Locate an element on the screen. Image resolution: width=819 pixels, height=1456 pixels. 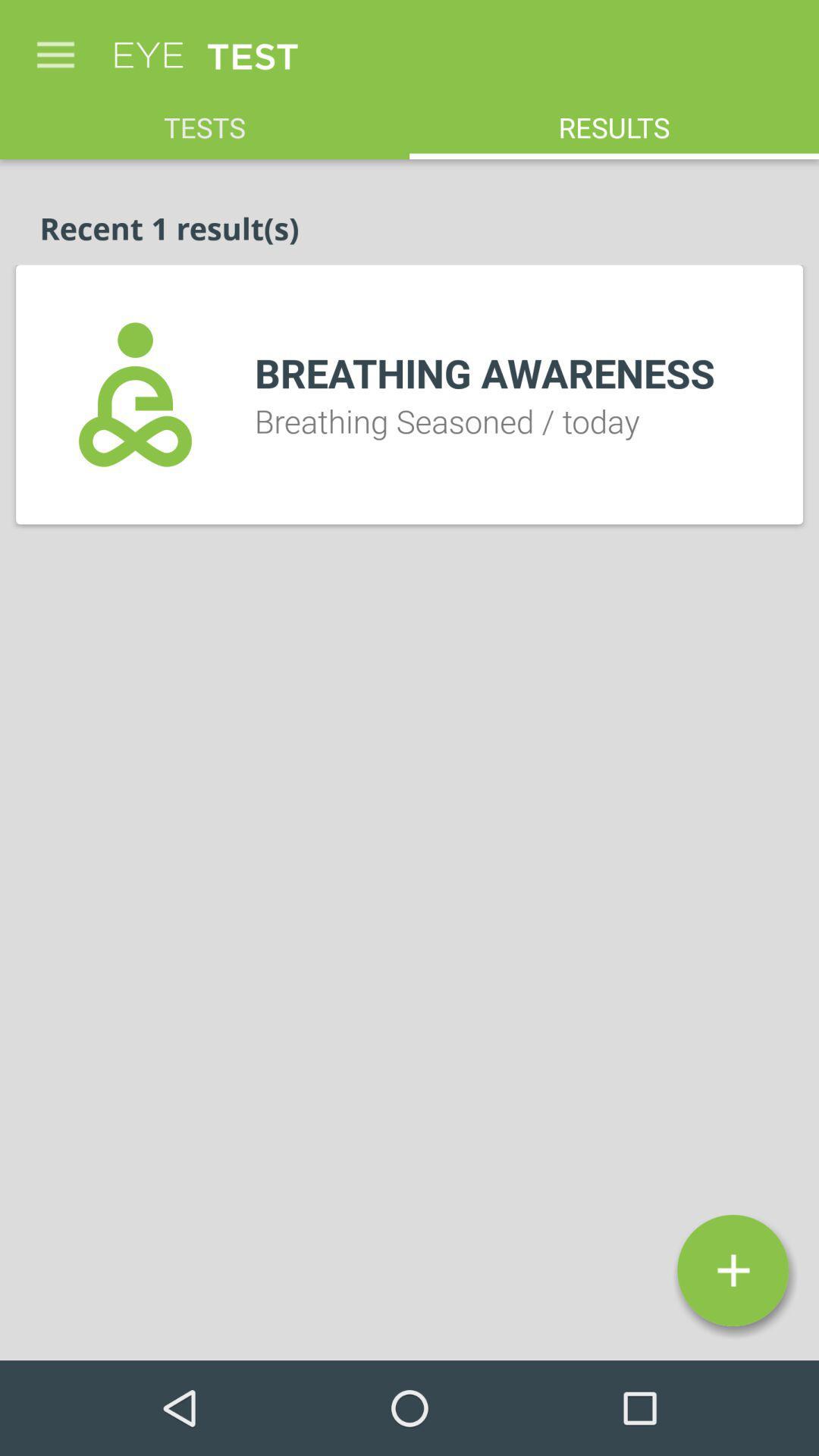
the item to the right of tests item is located at coordinates (614, 118).